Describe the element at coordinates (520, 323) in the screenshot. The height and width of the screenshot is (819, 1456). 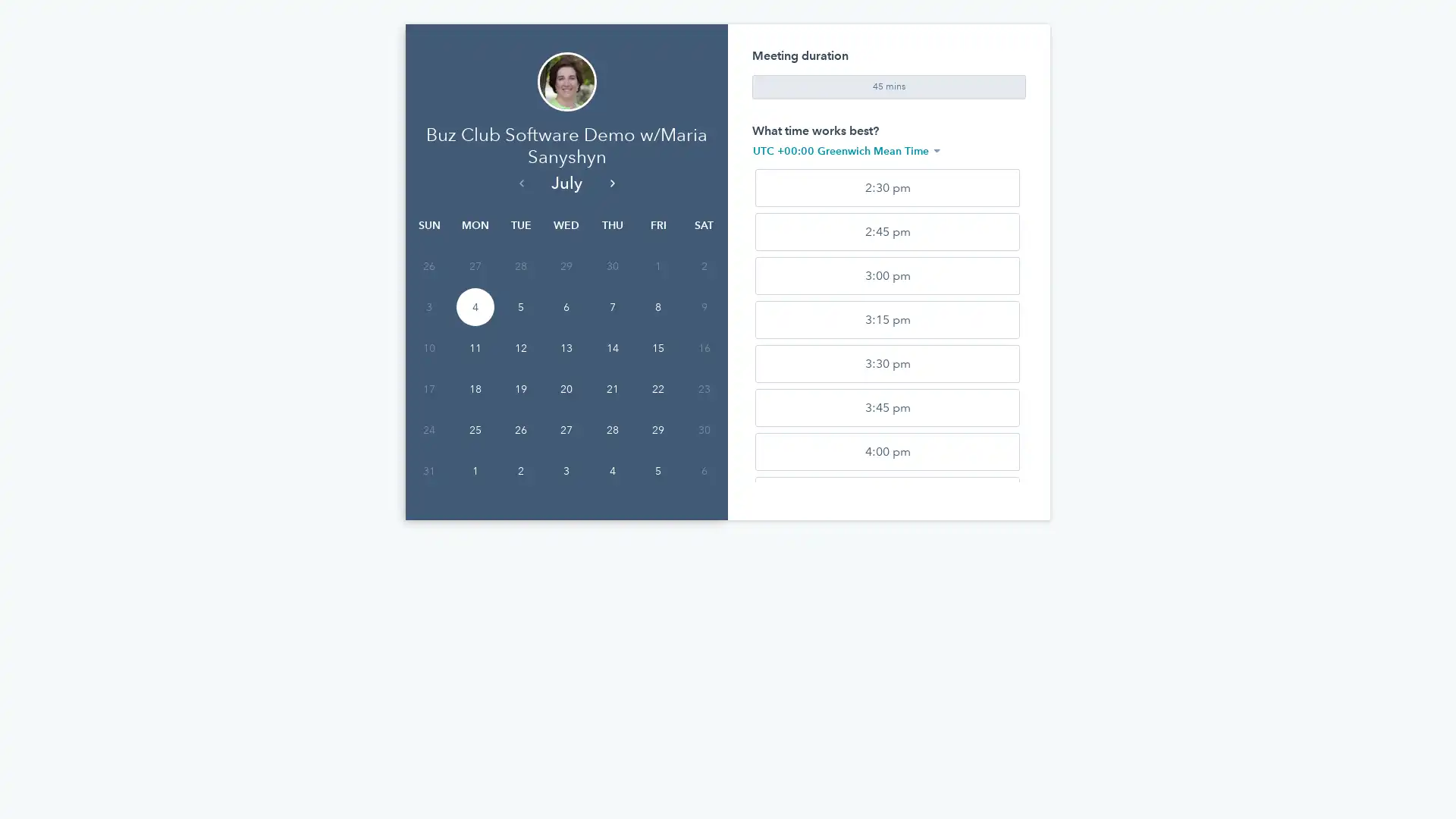
I see `June 28th` at that location.